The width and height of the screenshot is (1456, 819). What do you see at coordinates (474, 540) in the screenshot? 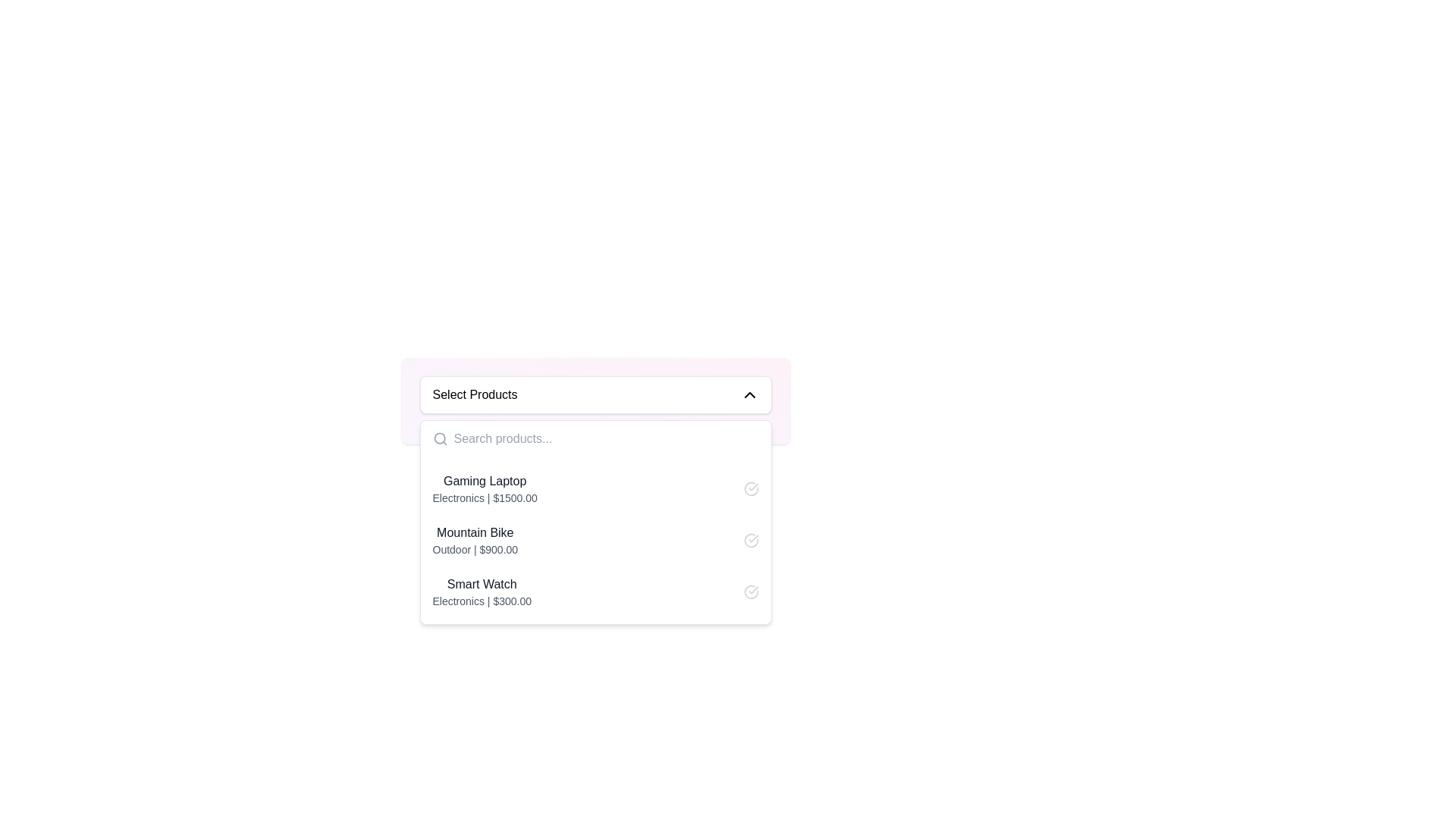
I see `the second item` at bounding box center [474, 540].